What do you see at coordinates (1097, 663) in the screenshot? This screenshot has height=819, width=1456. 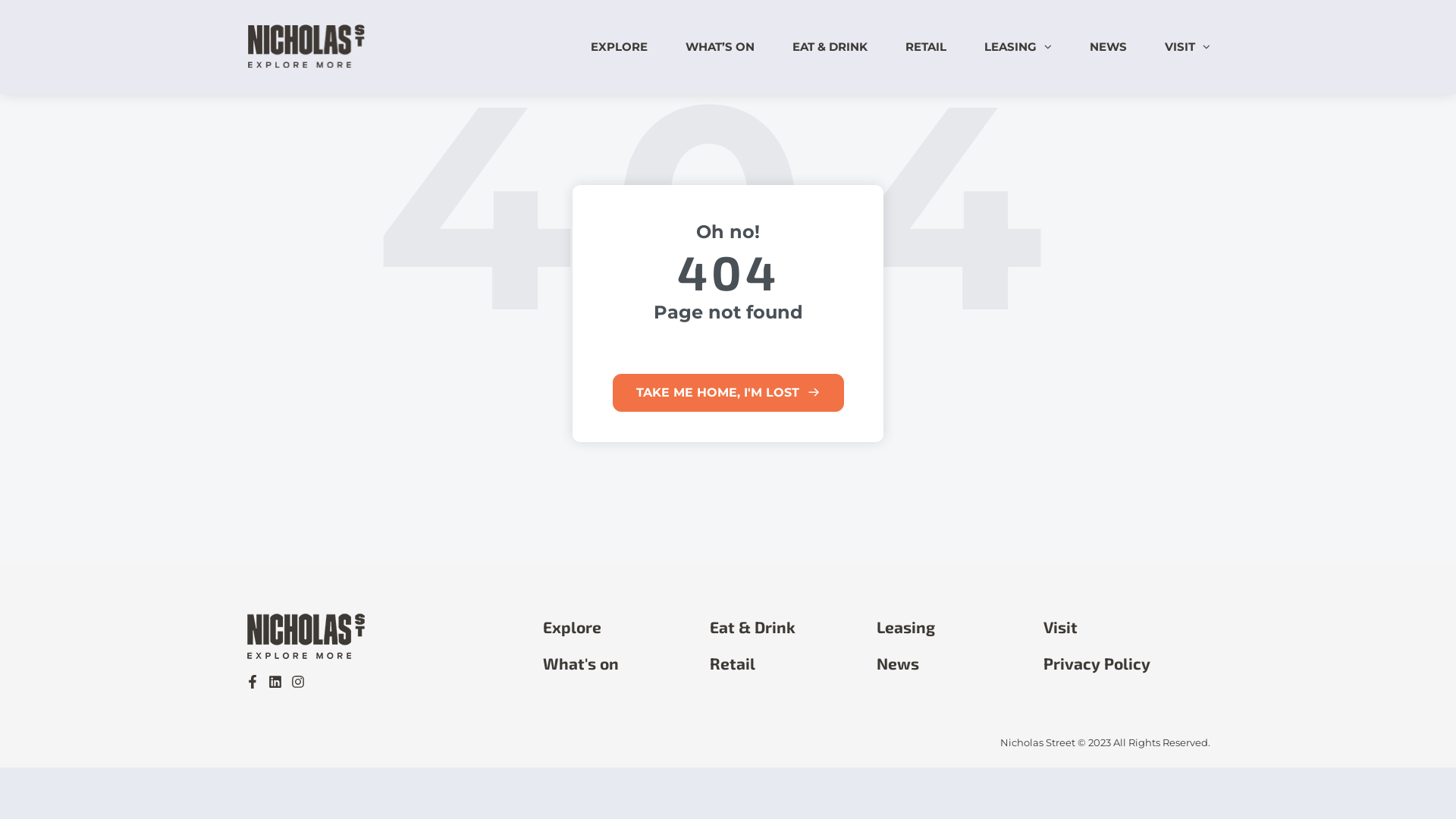 I see `'Privacy Policy'` at bounding box center [1097, 663].